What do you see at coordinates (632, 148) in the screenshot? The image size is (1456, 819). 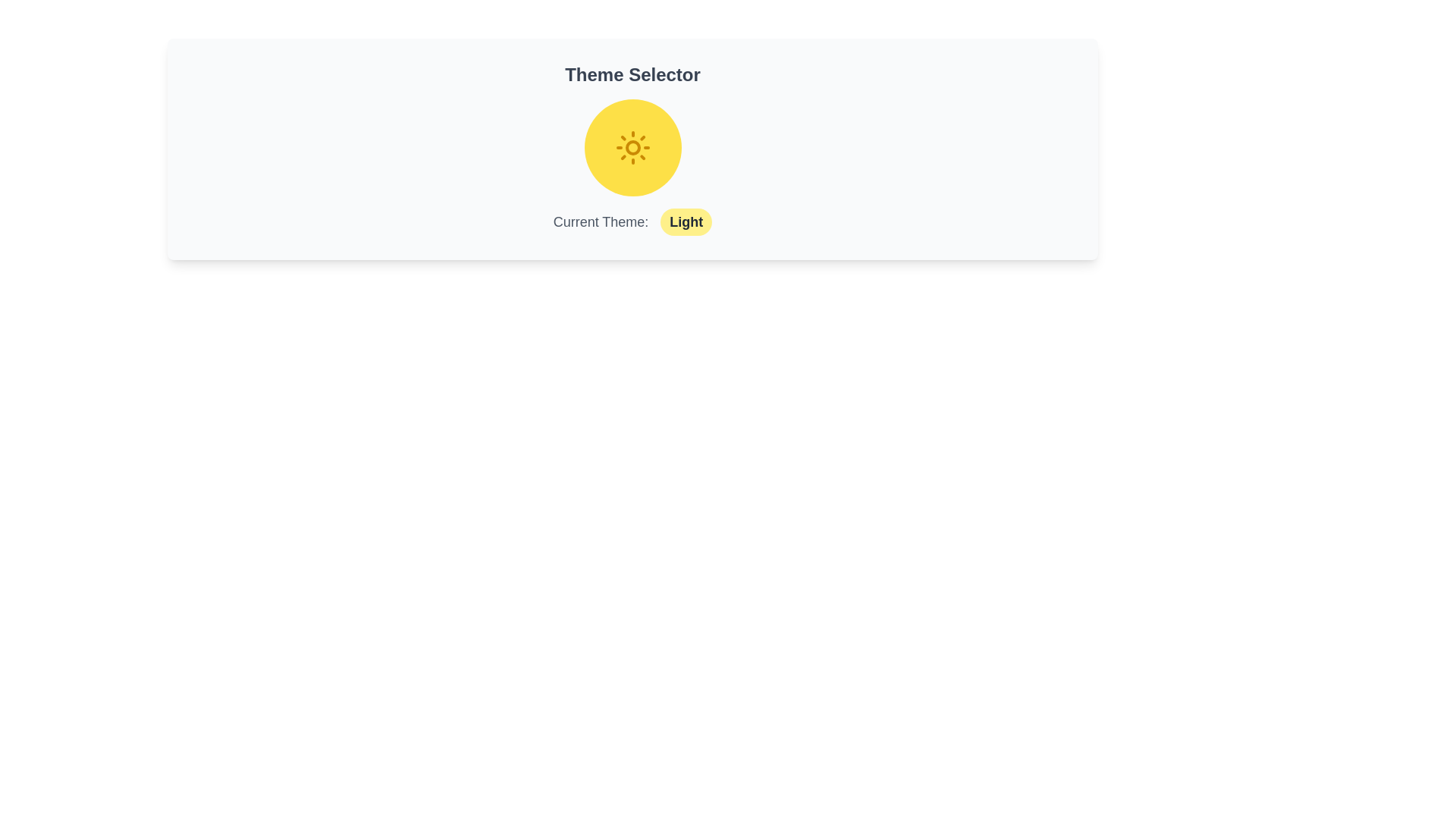 I see `the circular yellow button with a sun icon, located below the 'Theme Selector' title and above the 'Current Theme: Light' label` at bounding box center [632, 148].